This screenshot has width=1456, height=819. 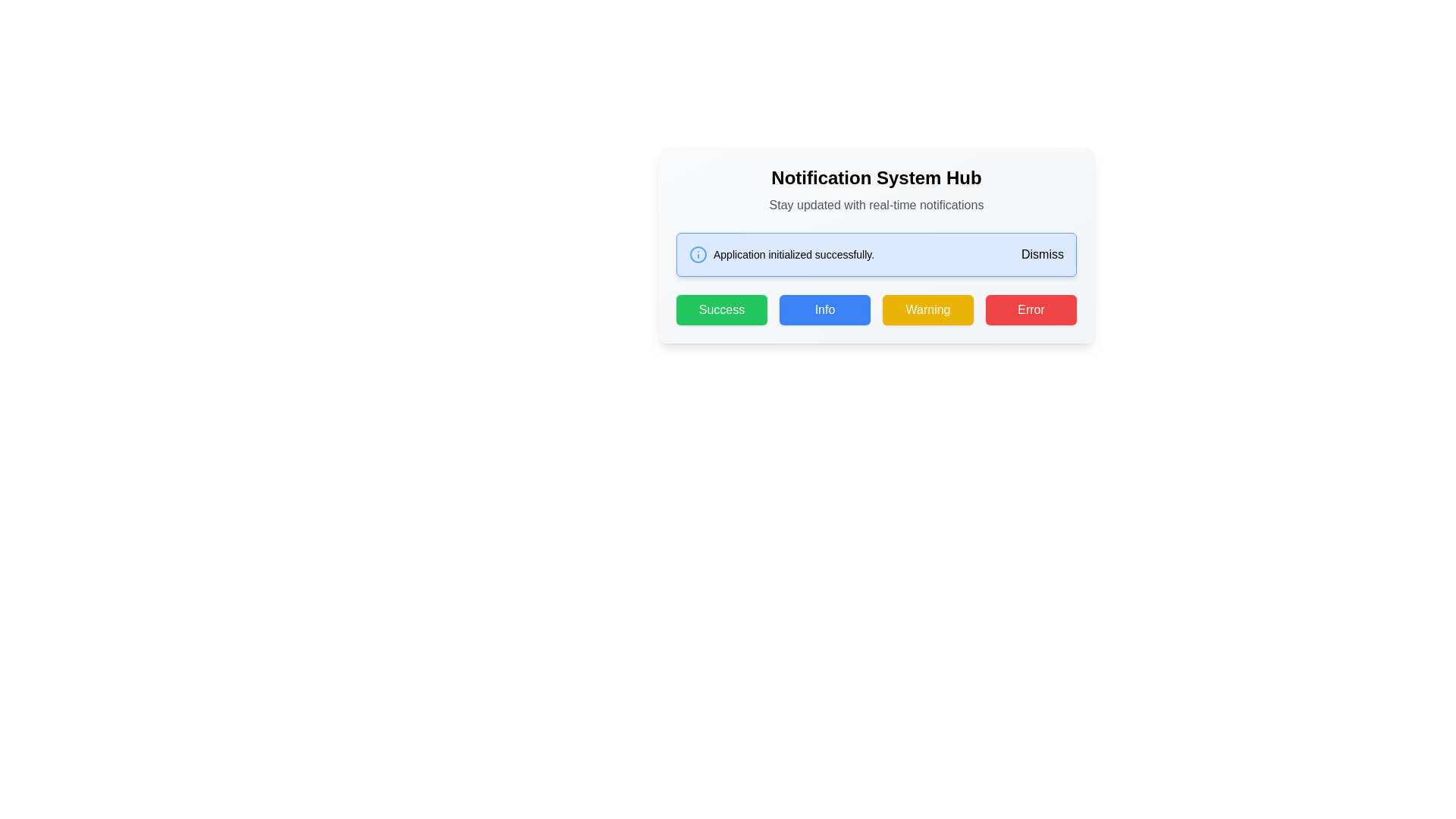 What do you see at coordinates (824, 309) in the screenshot?
I see `the 'Info' button, which is a blue button with white text labeled 'Info', located at the bottom-center of the dialog, between the 'Success' and 'Warning' buttons` at bounding box center [824, 309].